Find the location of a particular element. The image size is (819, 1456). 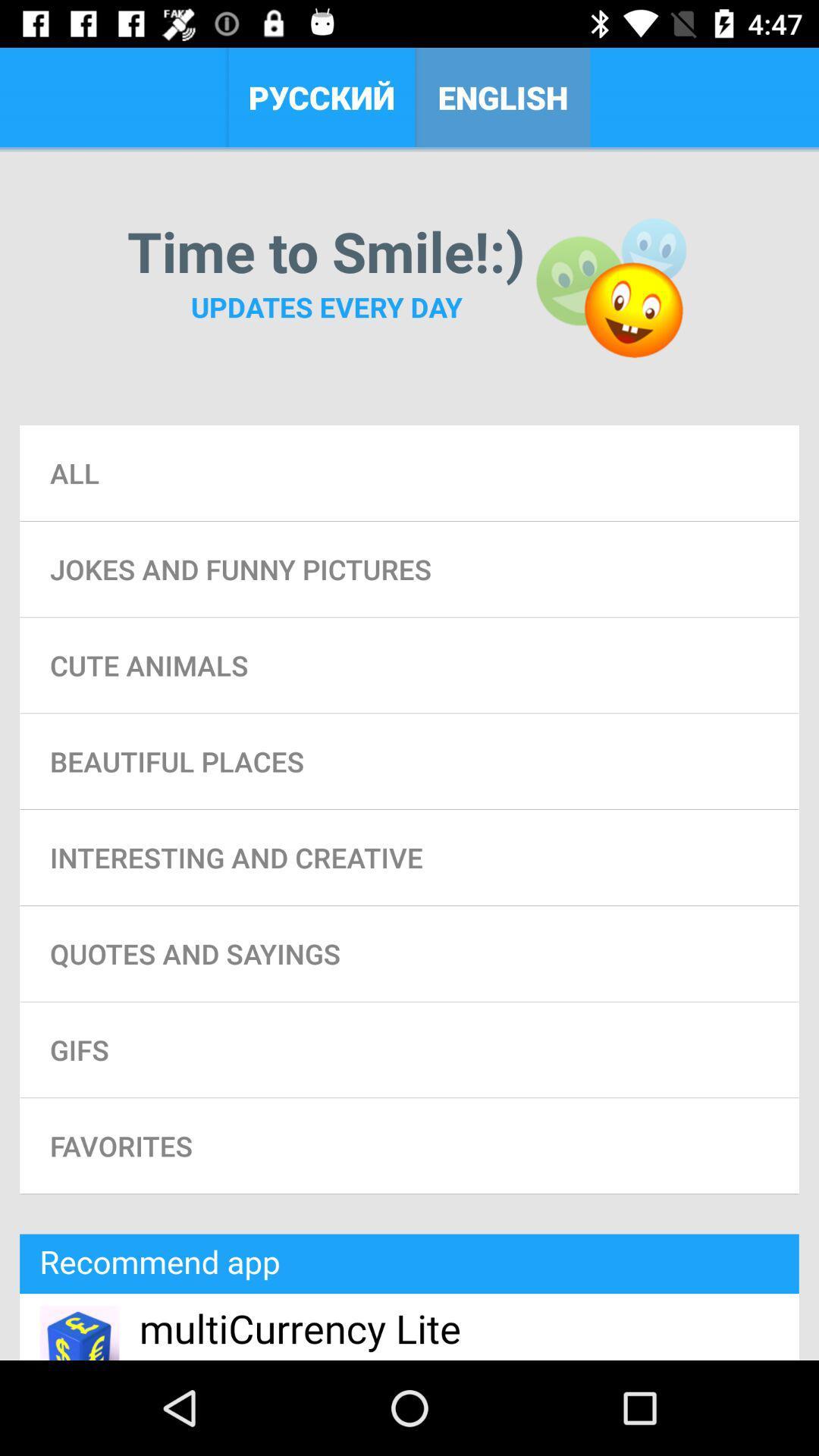

english item is located at coordinates (503, 96).